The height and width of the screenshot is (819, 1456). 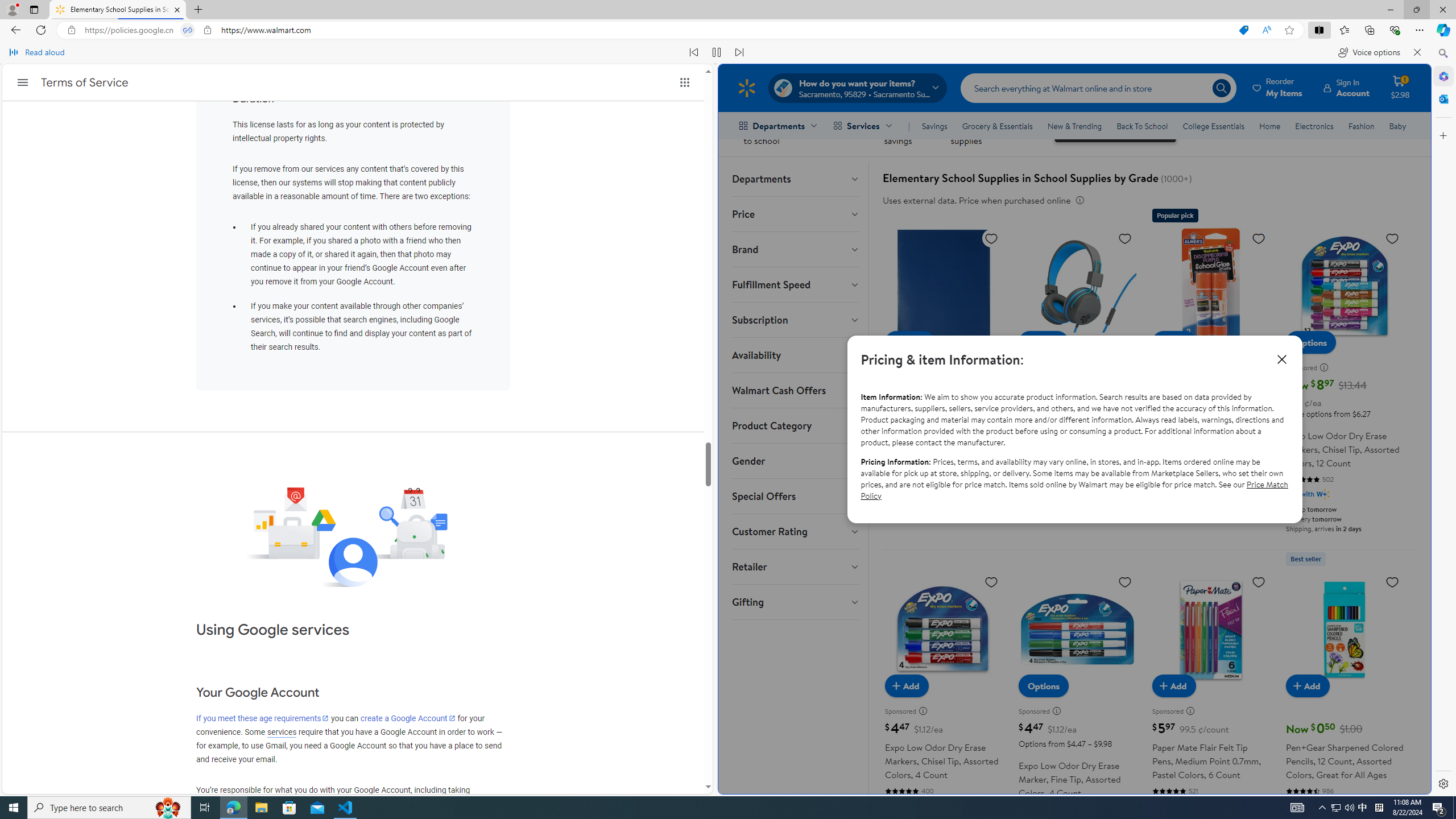 What do you see at coordinates (739, 52) in the screenshot?
I see `'Read next paragraph'` at bounding box center [739, 52].